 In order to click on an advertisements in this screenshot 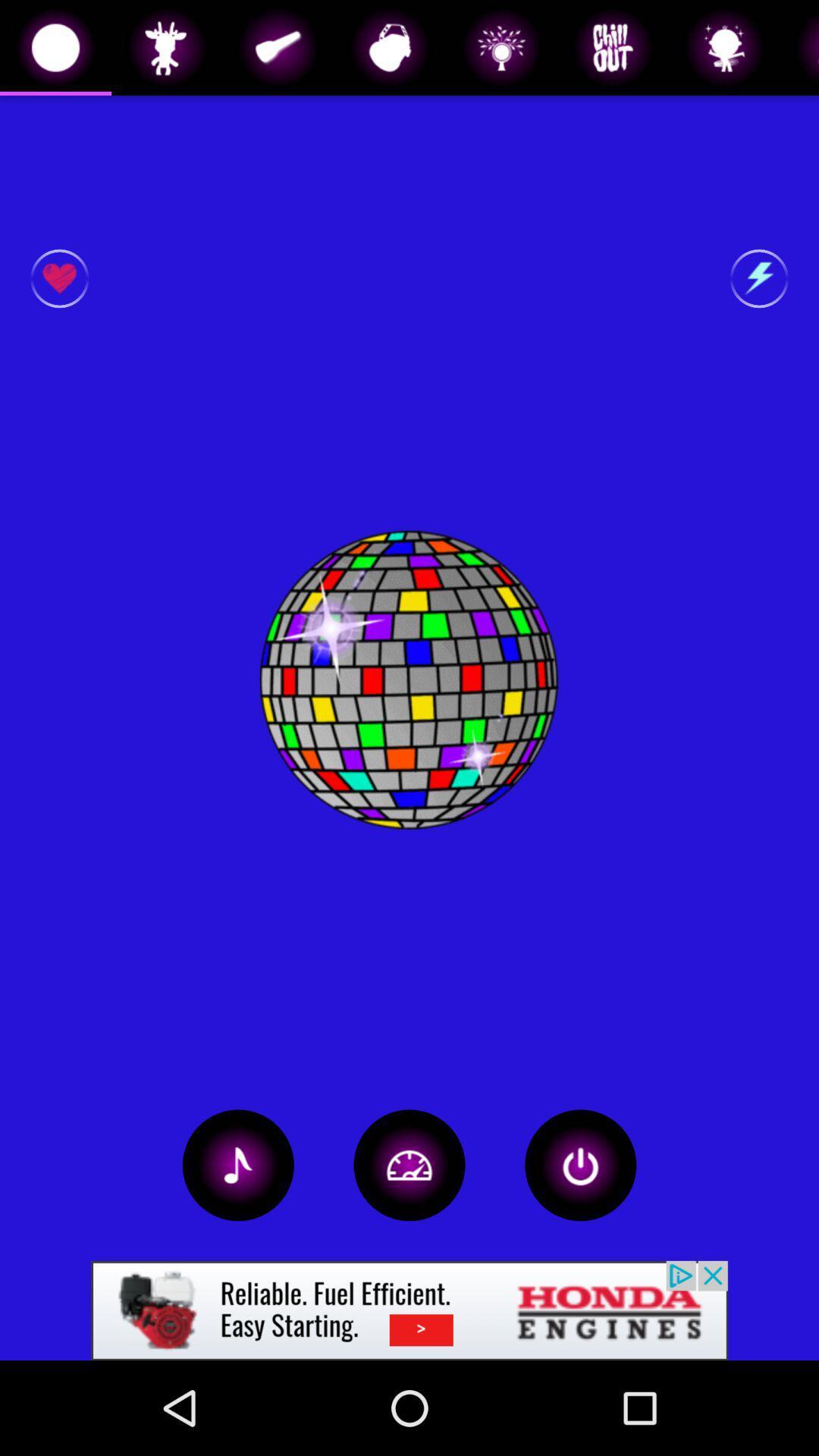, I will do `click(409, 1310)`.